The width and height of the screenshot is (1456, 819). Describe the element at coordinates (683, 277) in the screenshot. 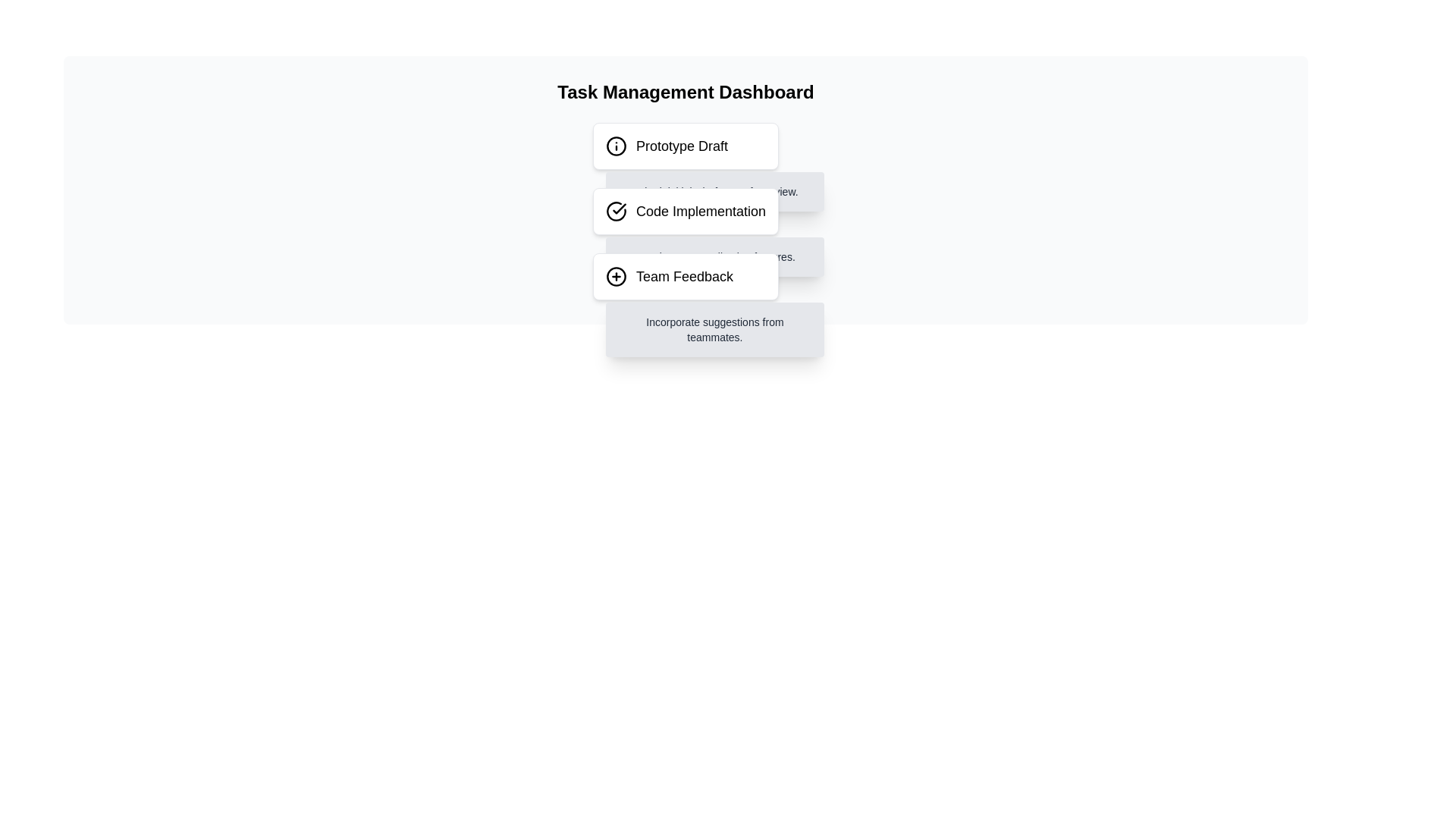

I see `the descriptive text label located in the third item of a vertical list, positioned between the 'Code Implementation' group and the fourth section at the bottom of the interface` at that location.